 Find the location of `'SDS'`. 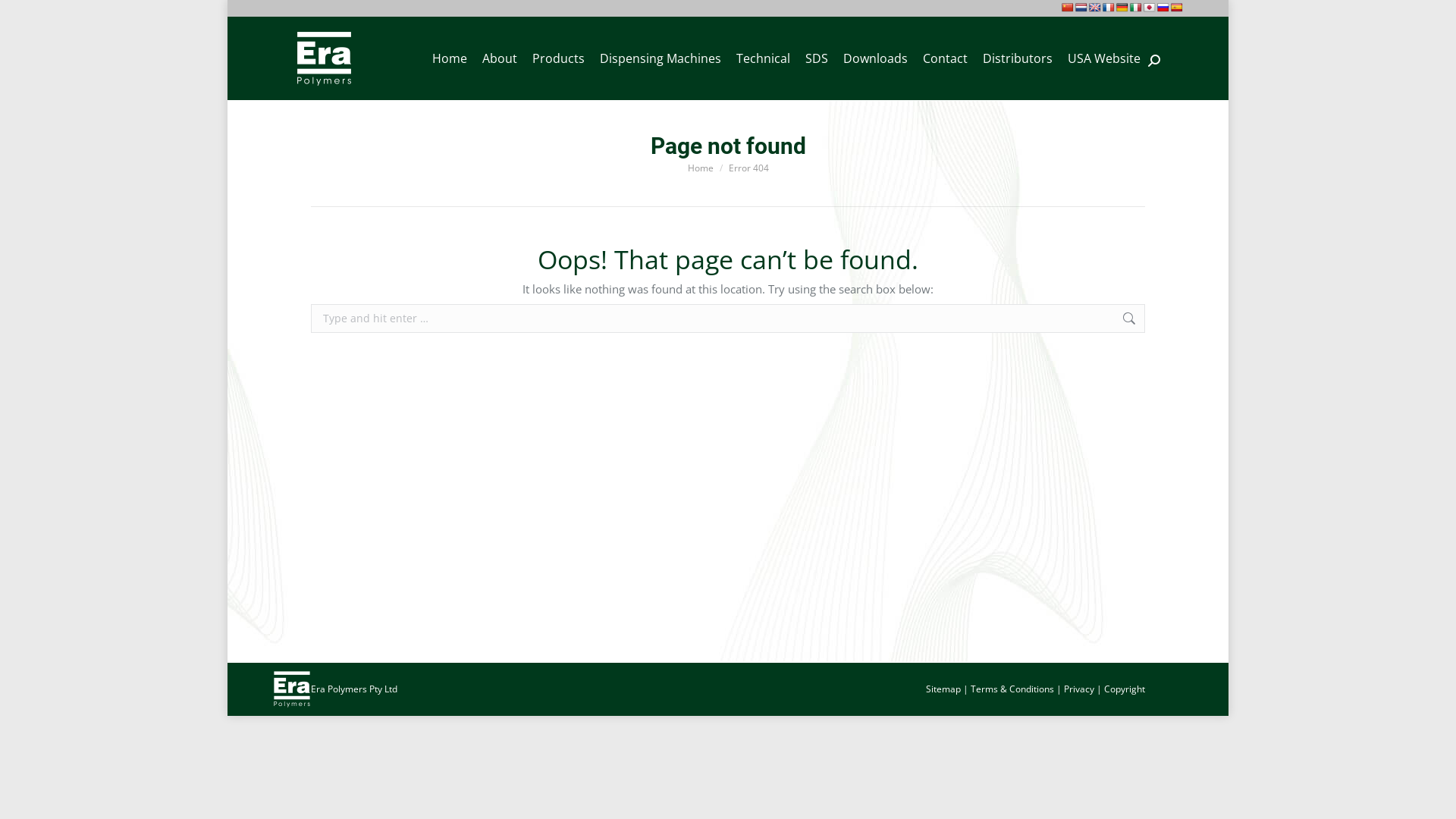

'SDS' is located at coordinates (796, 58).